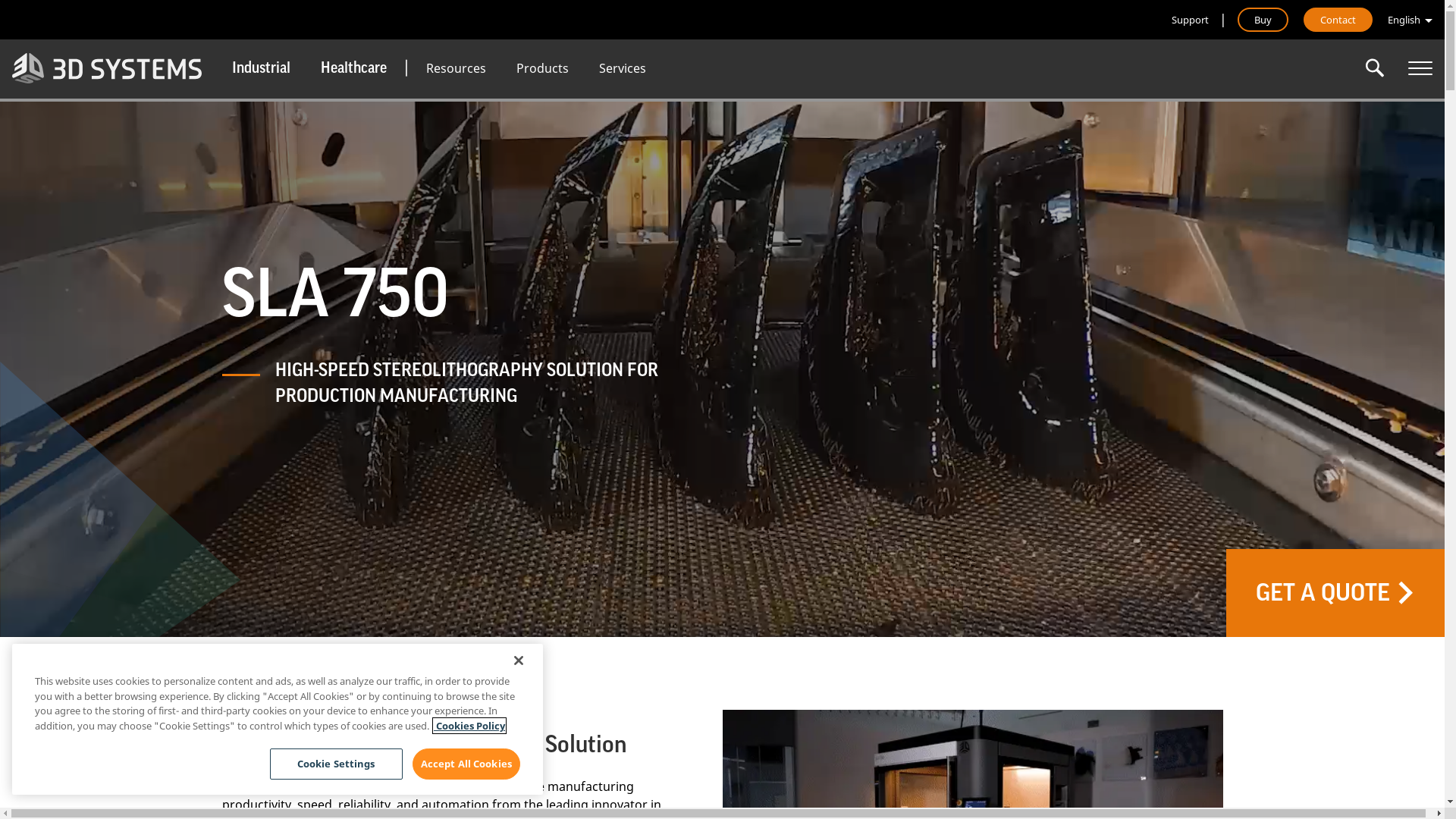  Describe the element at coordinates (1338, 20) in the screenshot. I see `'Contact'` at that location.